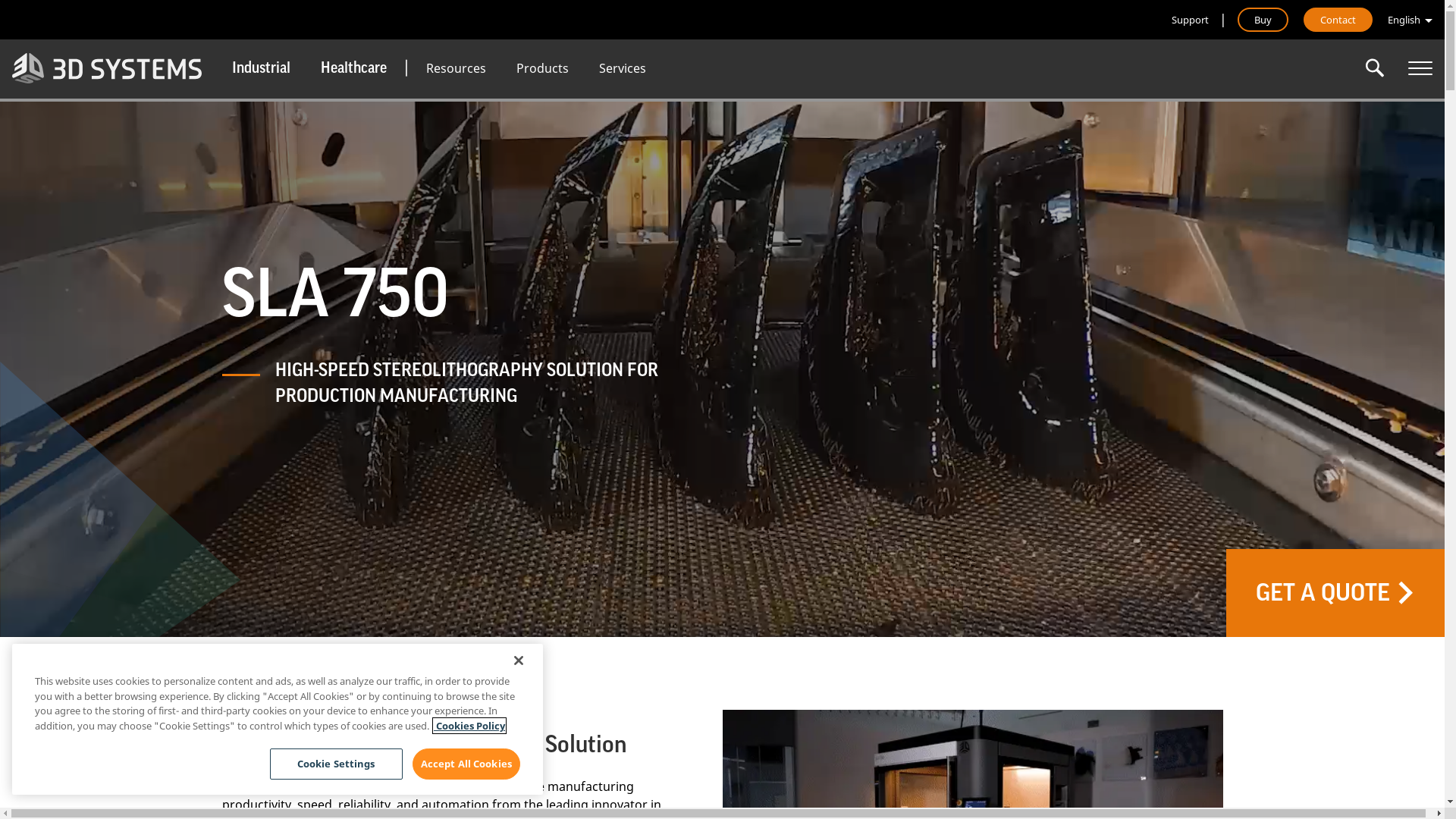  Describe the element at coordinates (1338, 20) in the screenshot. I see `'Contact'` at that location.